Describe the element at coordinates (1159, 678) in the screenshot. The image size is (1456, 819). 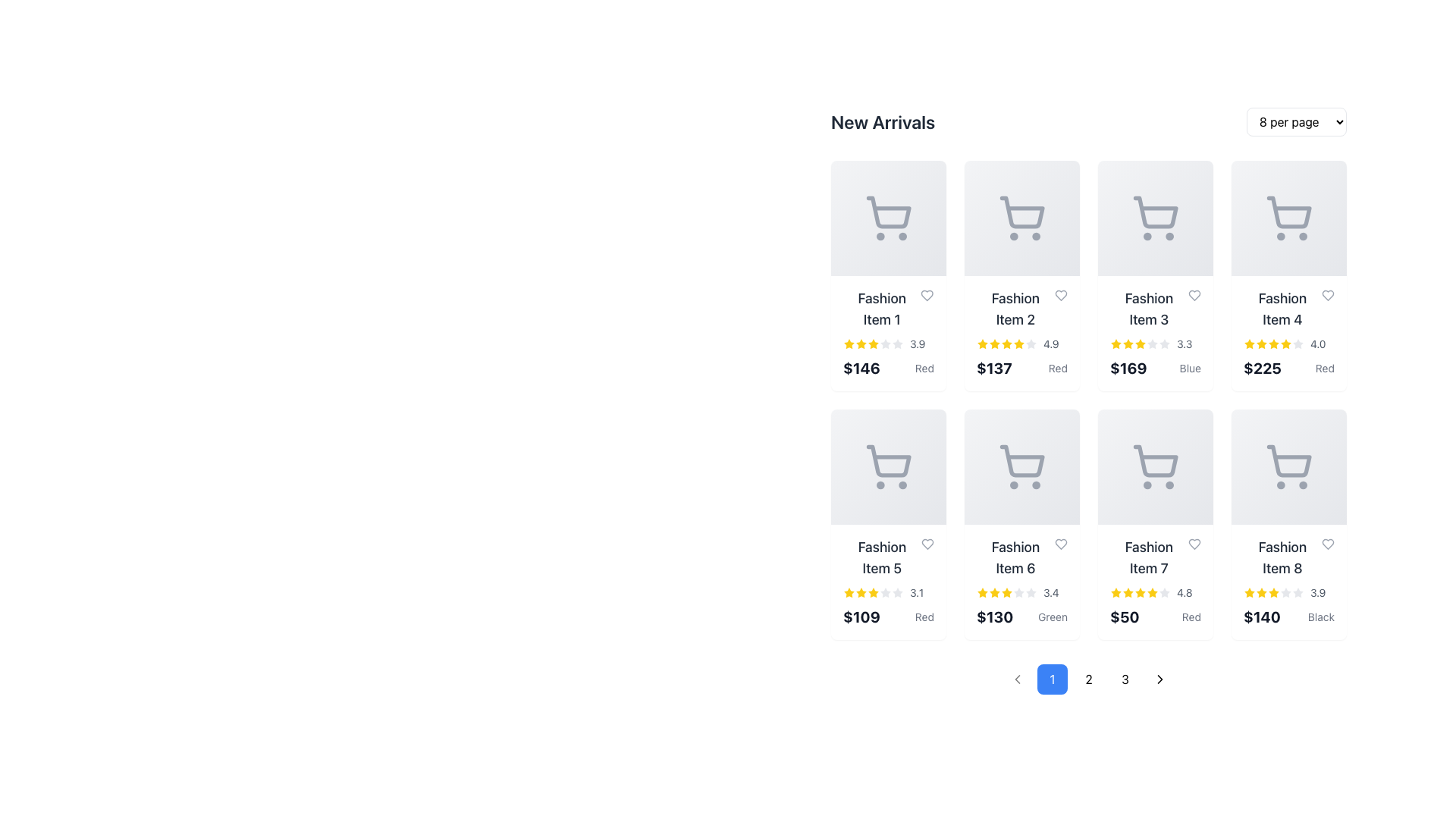
I see `the right-pointing chevron arrow button for pagination located below the product grid, next to the button labeled '3'` at that location.